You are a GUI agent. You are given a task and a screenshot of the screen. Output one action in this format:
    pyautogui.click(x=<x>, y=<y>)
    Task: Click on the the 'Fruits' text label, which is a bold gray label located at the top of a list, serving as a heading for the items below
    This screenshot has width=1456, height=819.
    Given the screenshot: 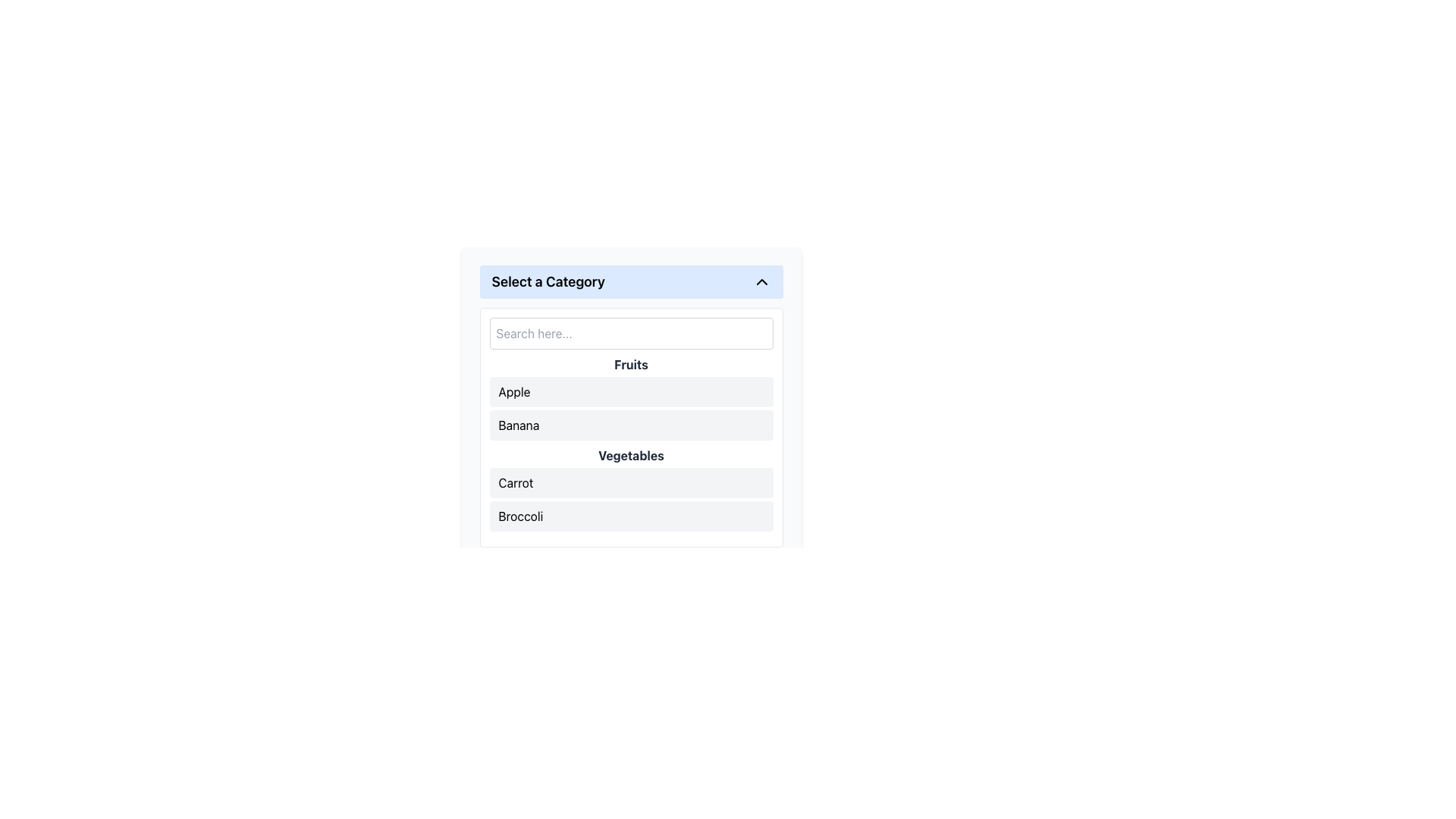 What is the action you would take?
    pyautogui.click(x=631, y=365)
    